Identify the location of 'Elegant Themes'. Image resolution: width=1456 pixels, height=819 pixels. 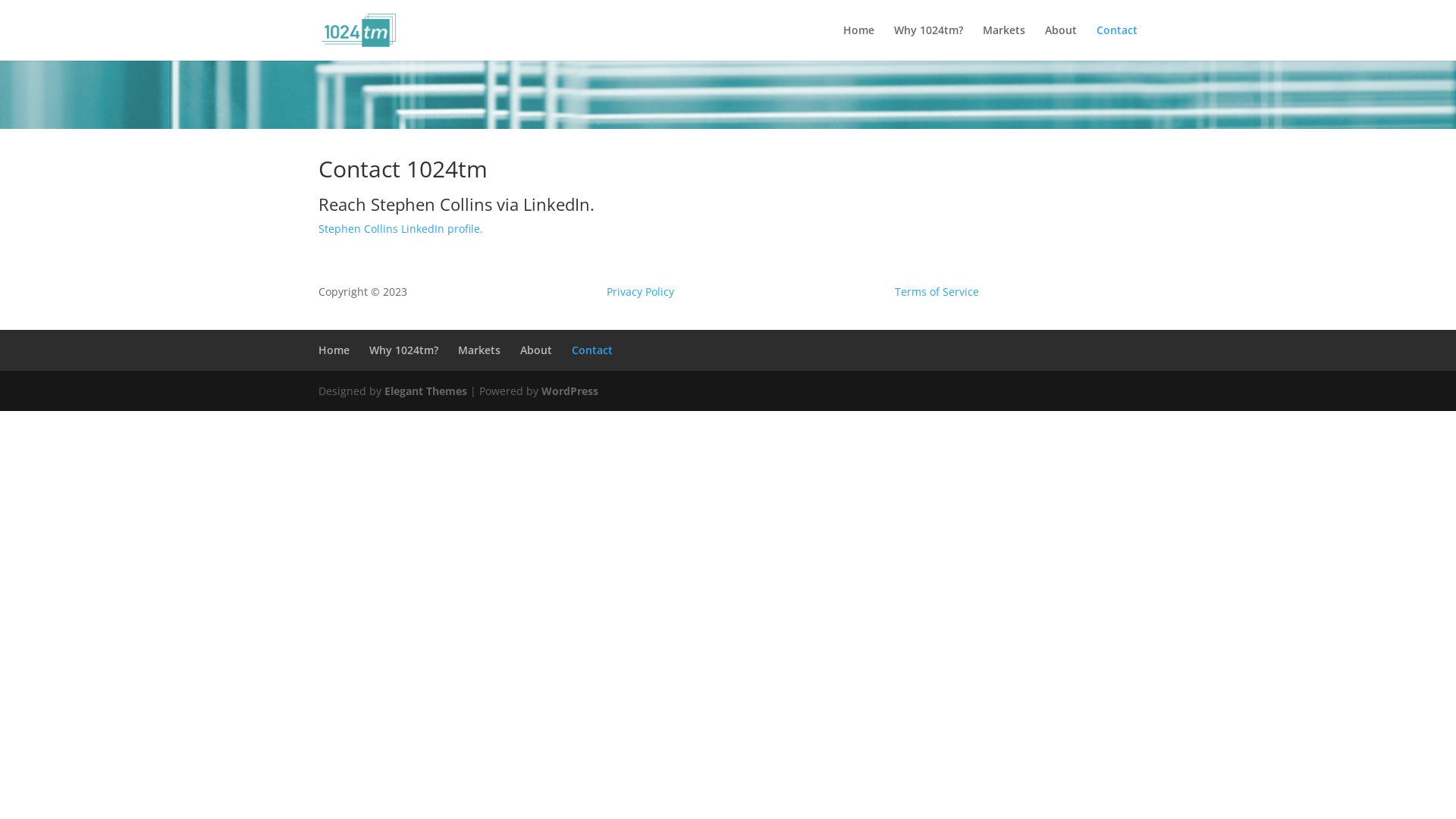
(384, 390).